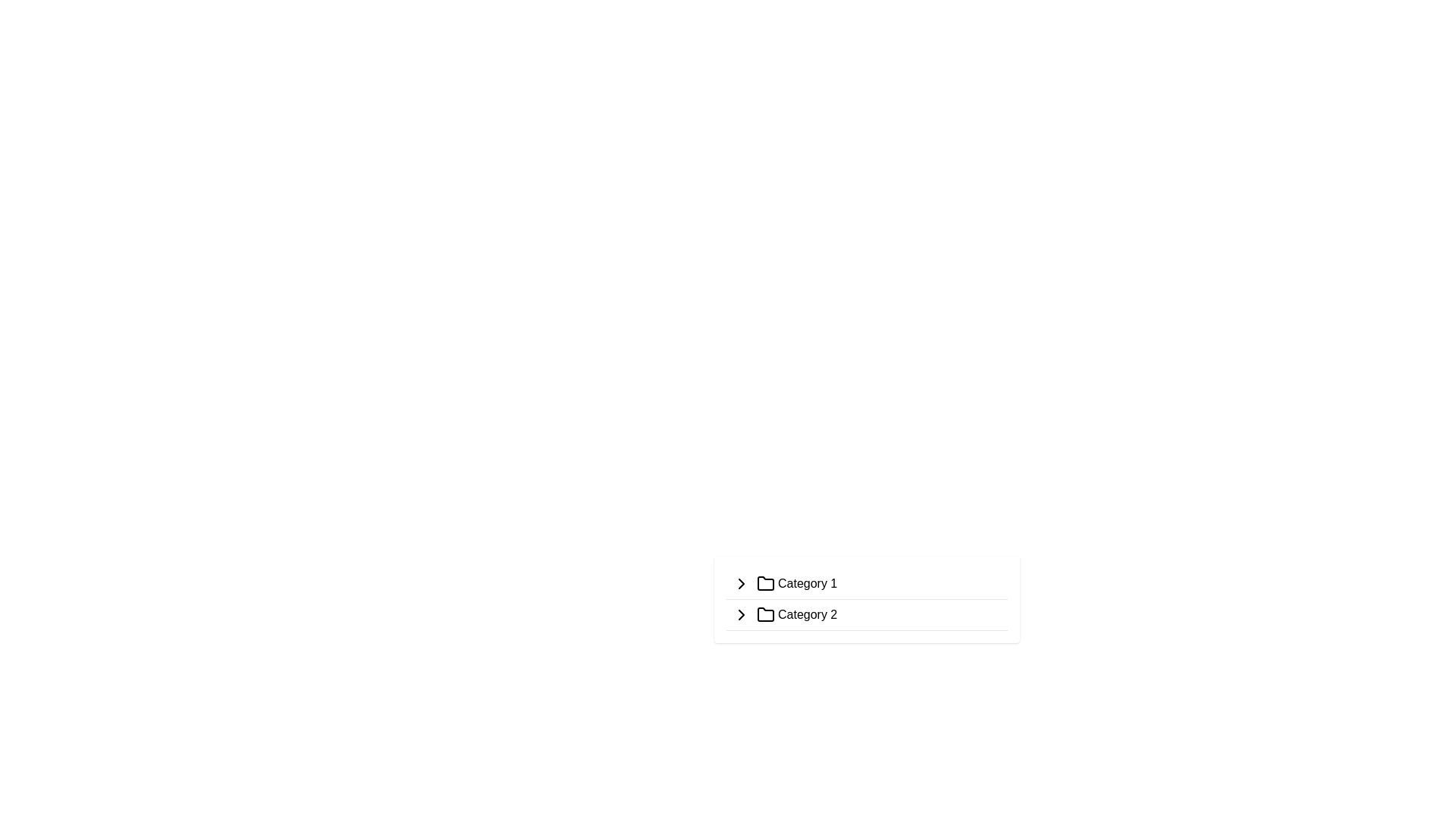  What do you see at coordinates (765, 582) in the screenshot?
I see `the folder icon located in the top left corner of the 'Category 1' section, adjacent to the text label 'Category 1'` at bounding box center [765, 582].